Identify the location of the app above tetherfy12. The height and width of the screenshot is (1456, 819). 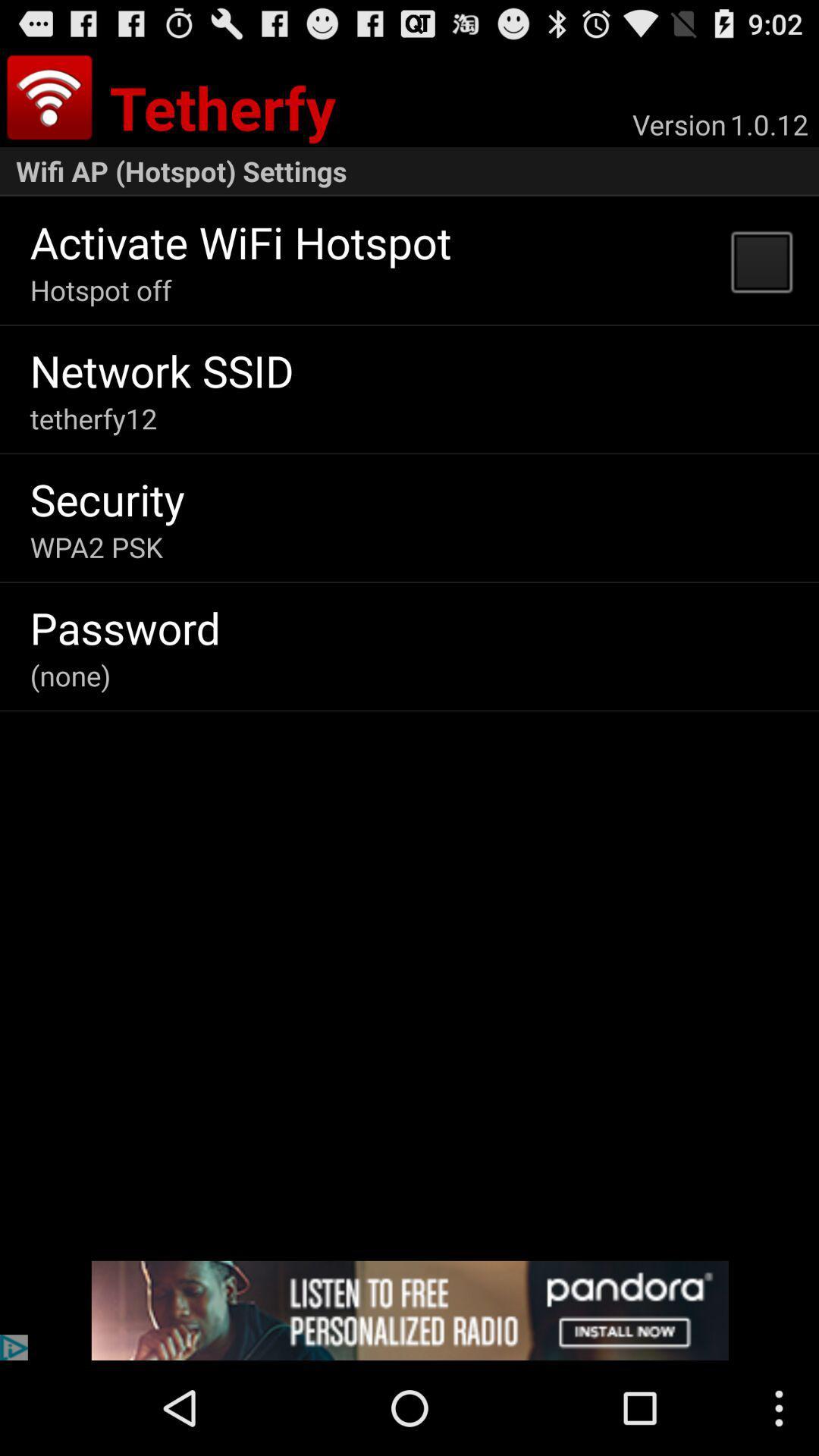
(162, 370).